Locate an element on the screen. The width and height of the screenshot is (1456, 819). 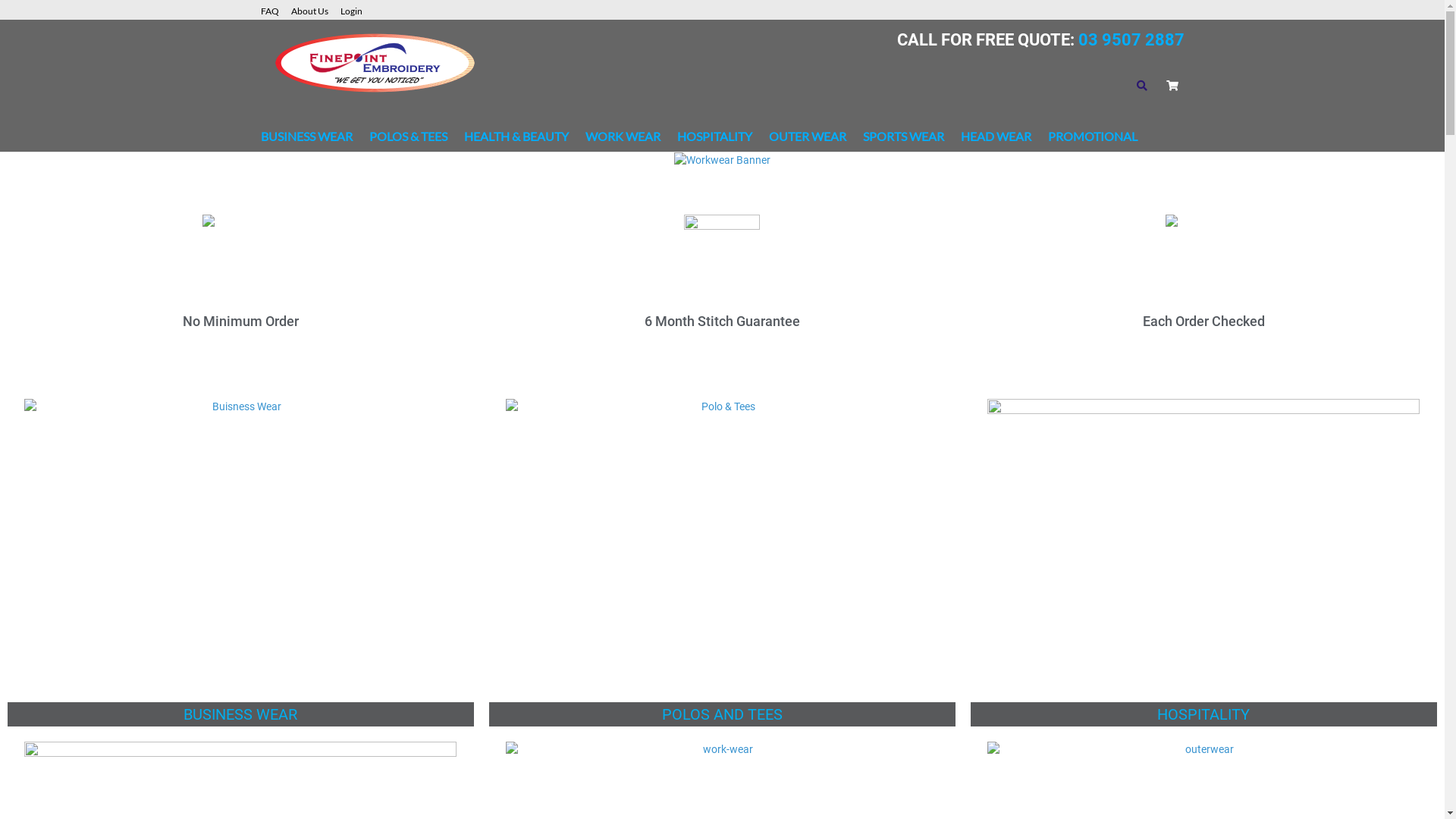
'HEAD WEAR' is located at coordinates (959, 136).